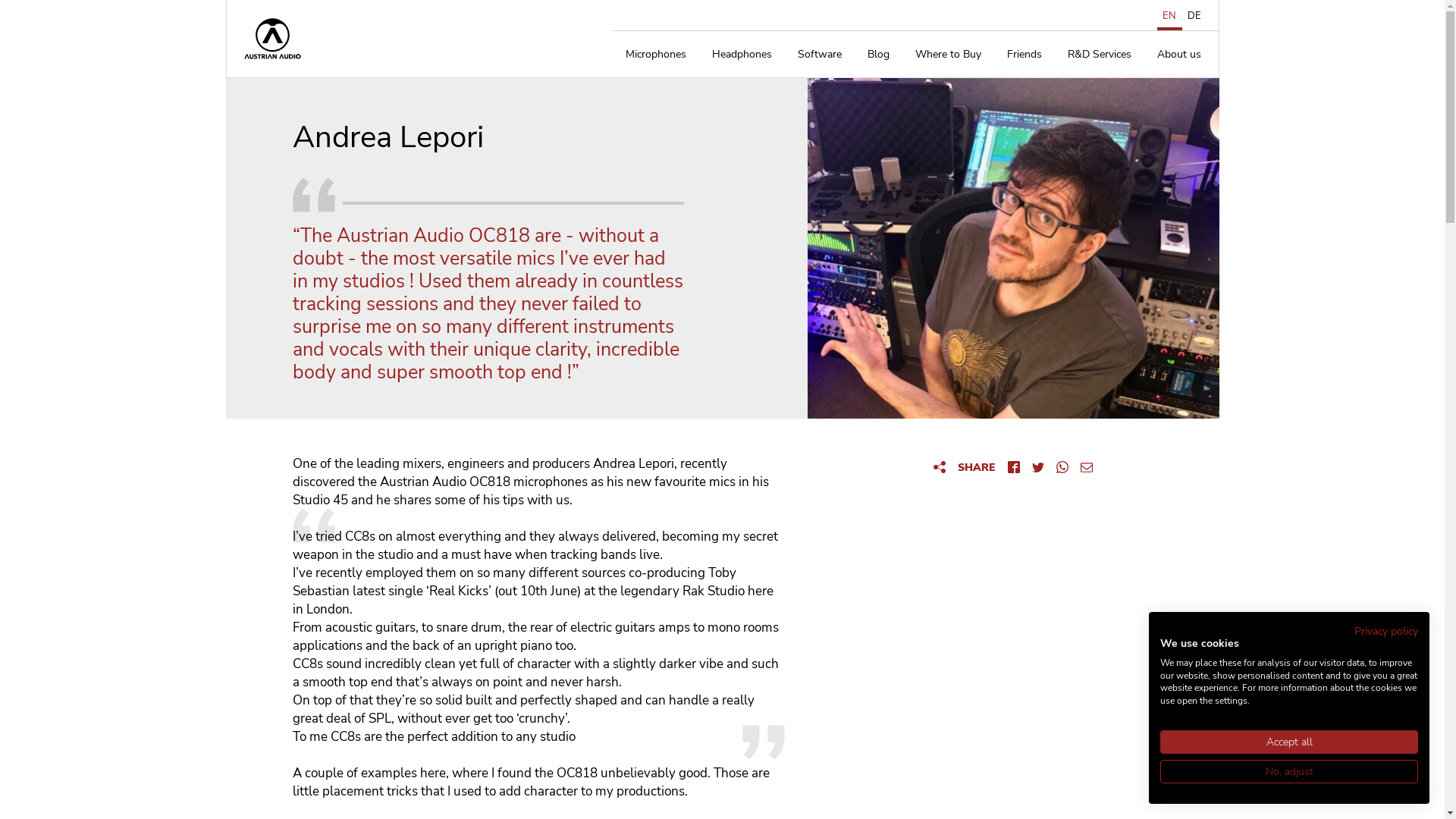 This screenshot has height=819, width=1456. Describe the element at coordinates (947, 54) in the screenshot. I see `'Where to Buy'` at that location.